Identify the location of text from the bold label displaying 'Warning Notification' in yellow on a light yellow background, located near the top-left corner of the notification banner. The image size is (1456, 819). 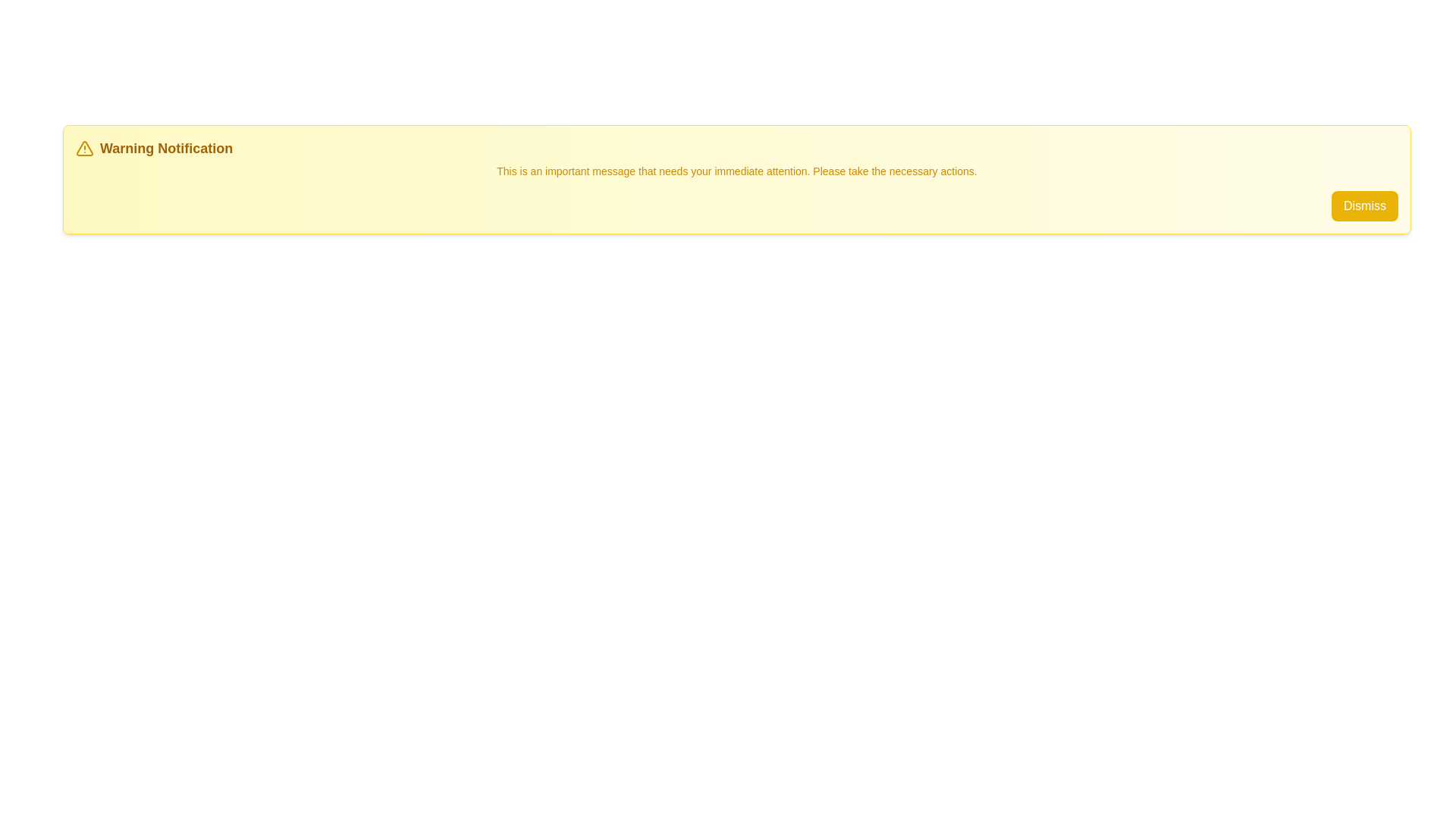
(166, 149).